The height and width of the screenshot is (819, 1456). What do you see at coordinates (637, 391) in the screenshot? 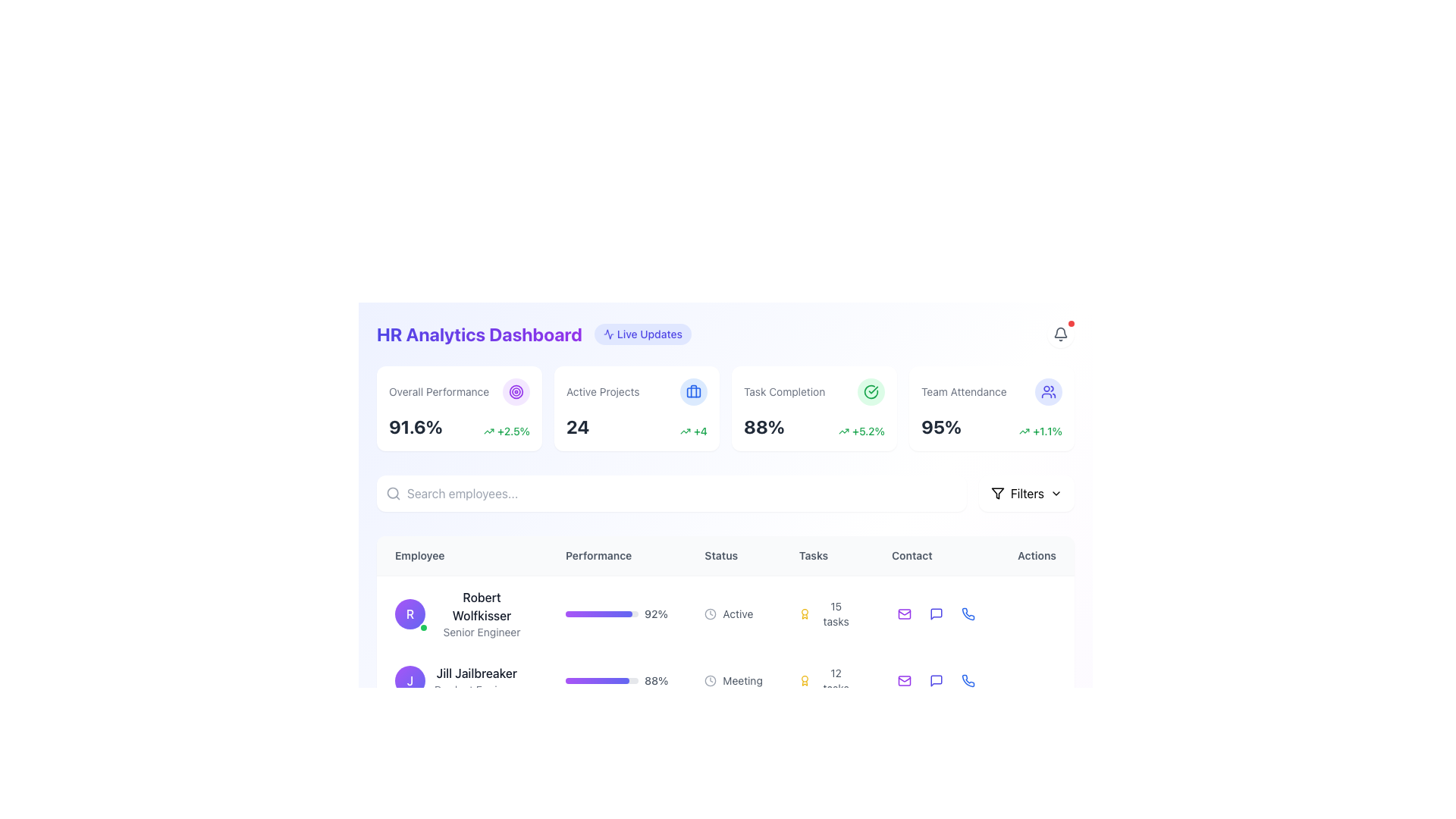
I see `the briefcase icon in the Text and icon composite UI element, which represents the number of active projects within the system, located in the second metric card from the left` at bounding box center [637, 391].